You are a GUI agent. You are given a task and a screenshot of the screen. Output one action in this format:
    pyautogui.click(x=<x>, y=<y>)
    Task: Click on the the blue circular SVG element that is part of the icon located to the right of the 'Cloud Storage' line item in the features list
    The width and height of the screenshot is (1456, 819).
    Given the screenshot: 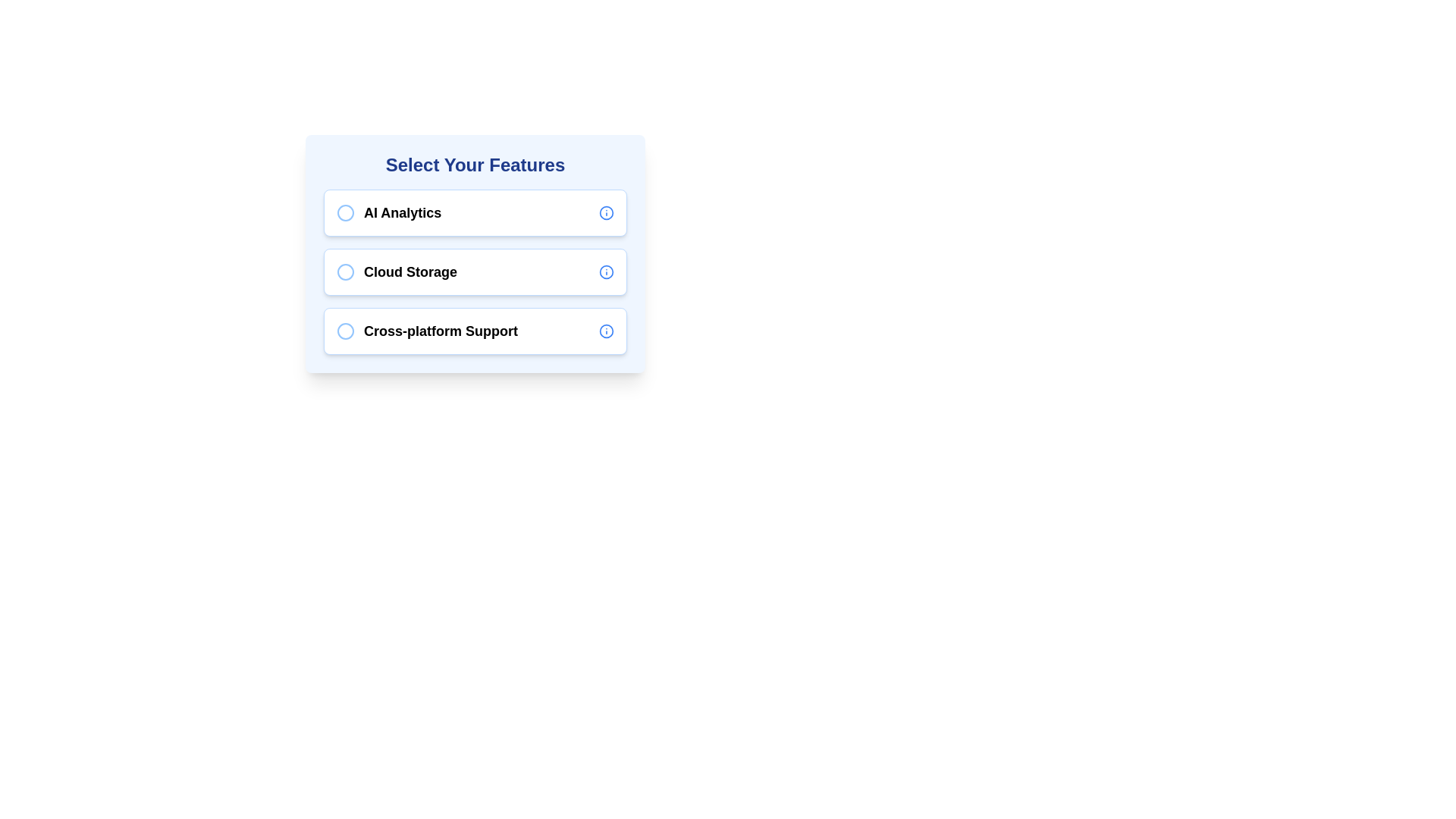 What is the action you would take?
    pyautogui.click(x=607, y=271)
    